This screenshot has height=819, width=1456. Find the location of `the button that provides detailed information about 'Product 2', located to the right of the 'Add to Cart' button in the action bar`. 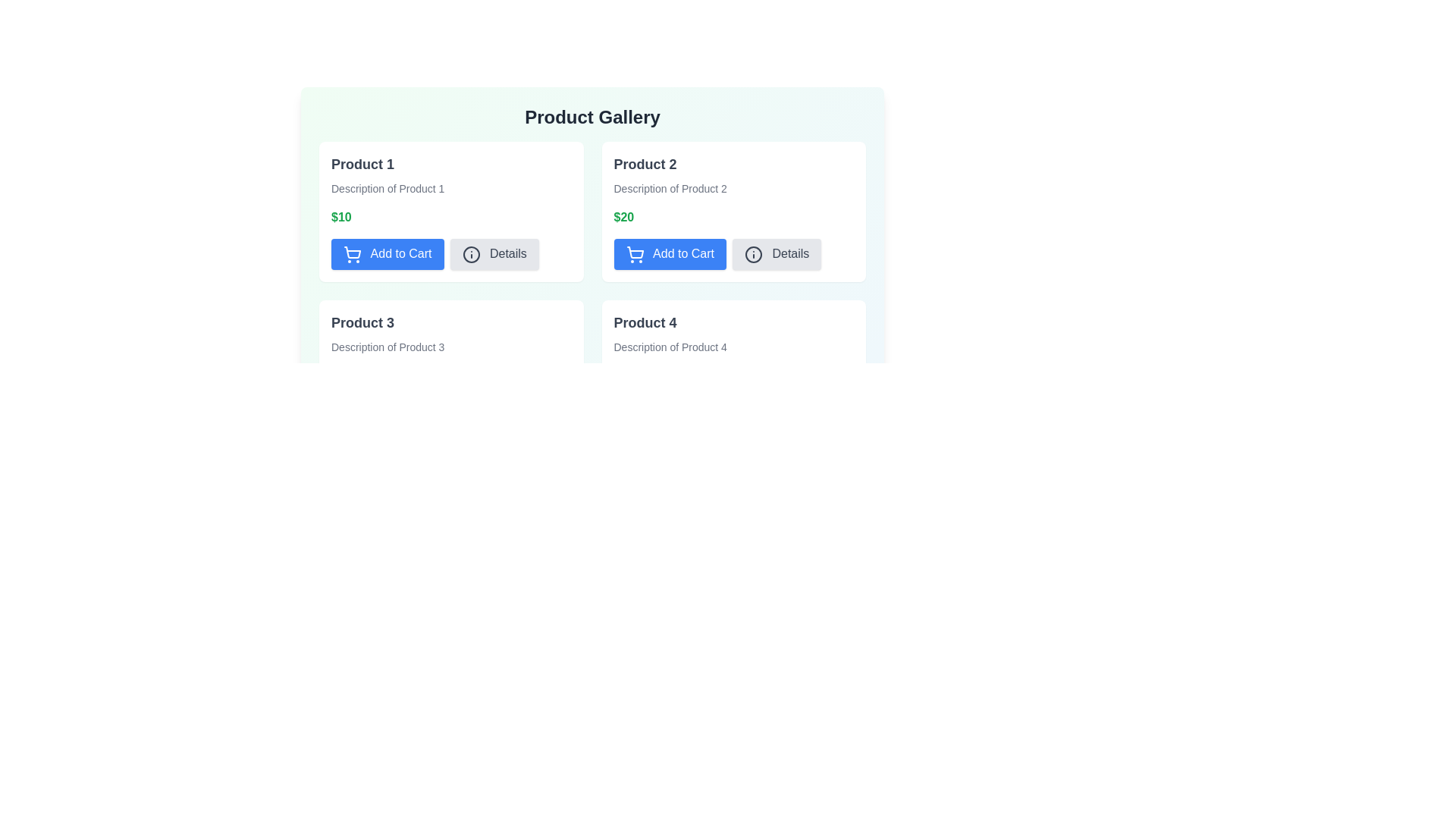

the button that provides detailed information about 'Product 2', located to the right of the 'Add to Cart' button in the action bar is located at coordinates (777, 253).